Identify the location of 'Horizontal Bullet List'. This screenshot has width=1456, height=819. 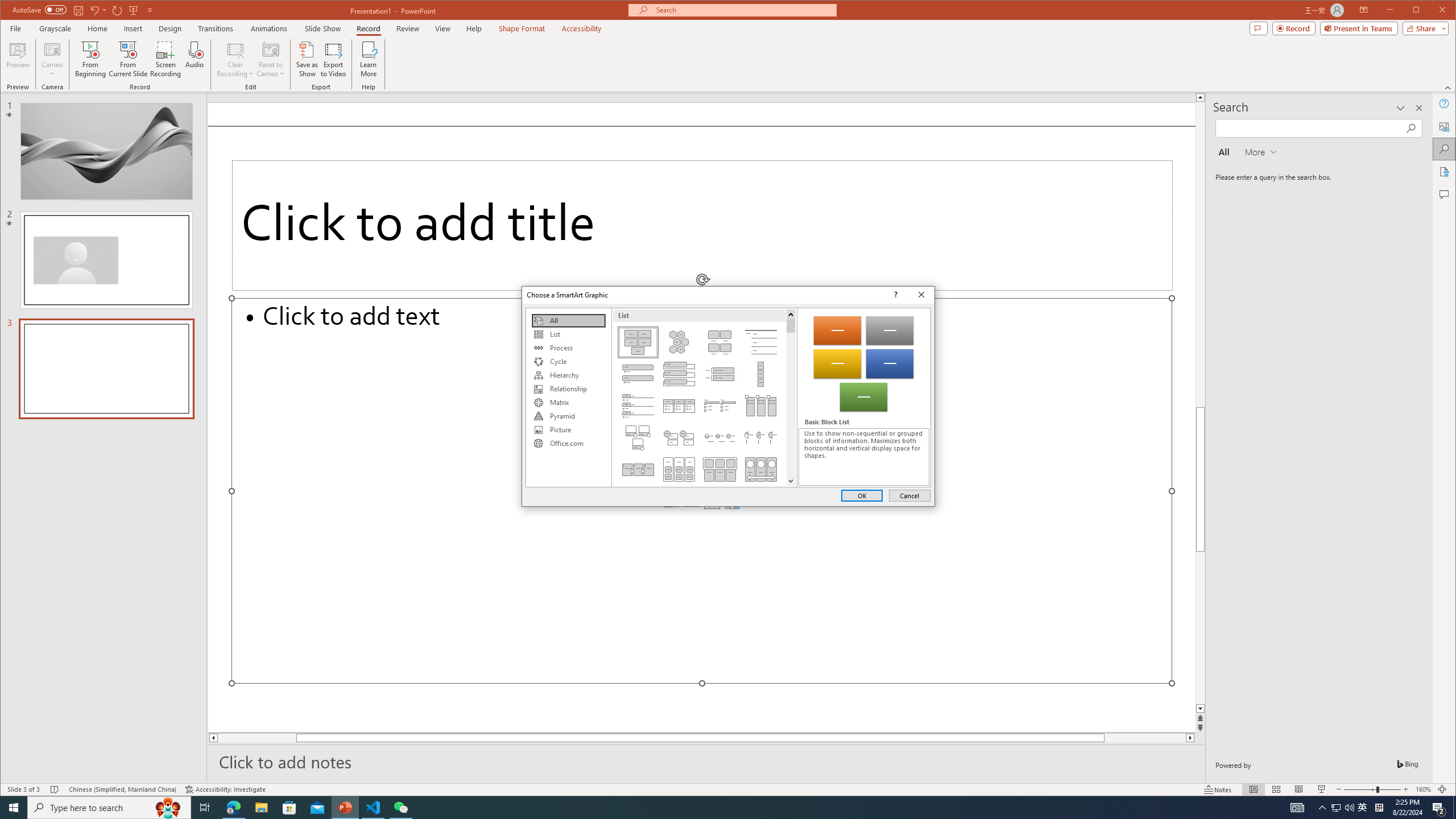
(677, 405).